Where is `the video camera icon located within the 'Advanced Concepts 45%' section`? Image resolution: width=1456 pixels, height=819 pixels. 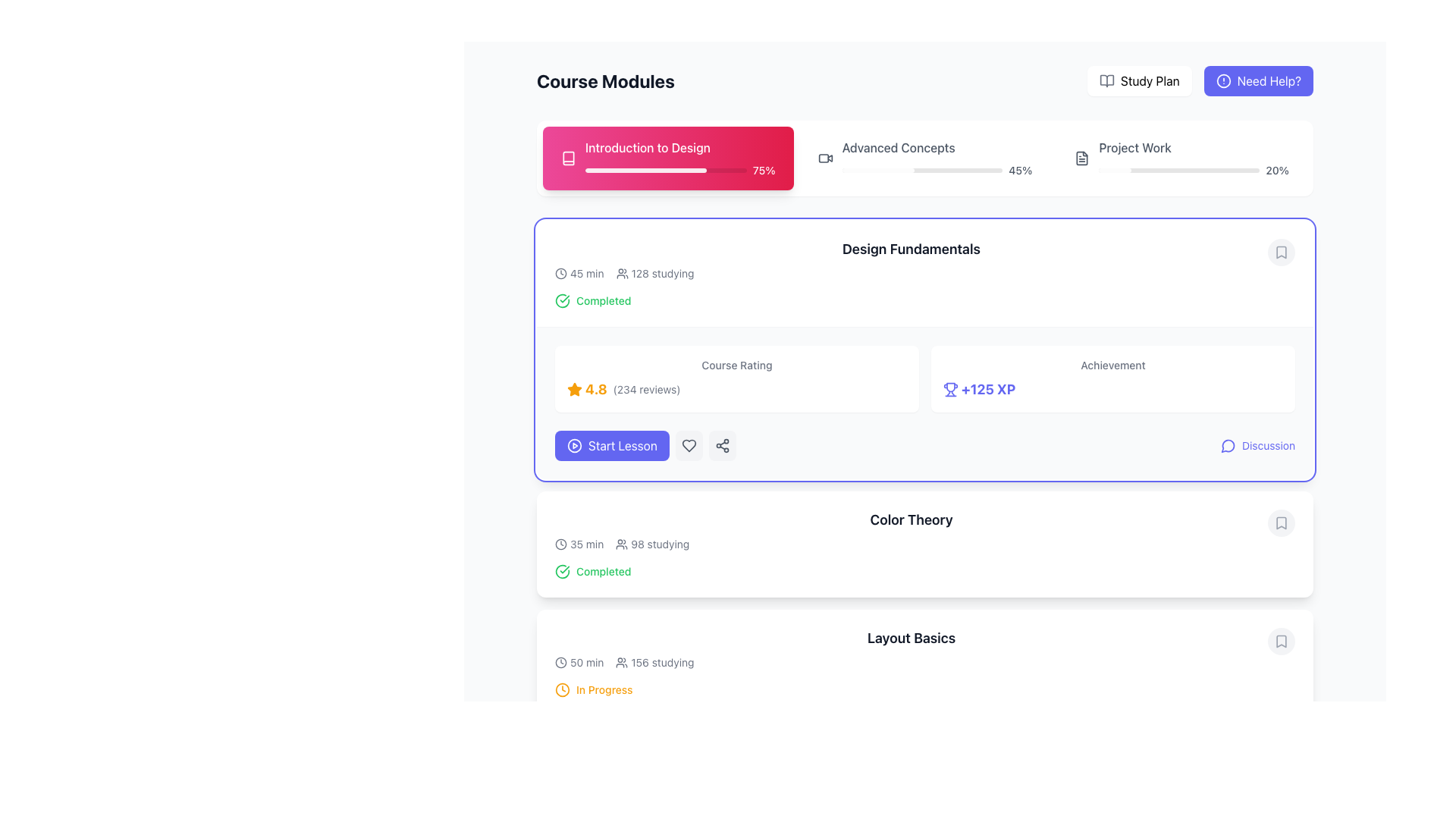 the video camera icon located within the 'Advanced Concepts 45%' section is located at coordinates (824, 158).